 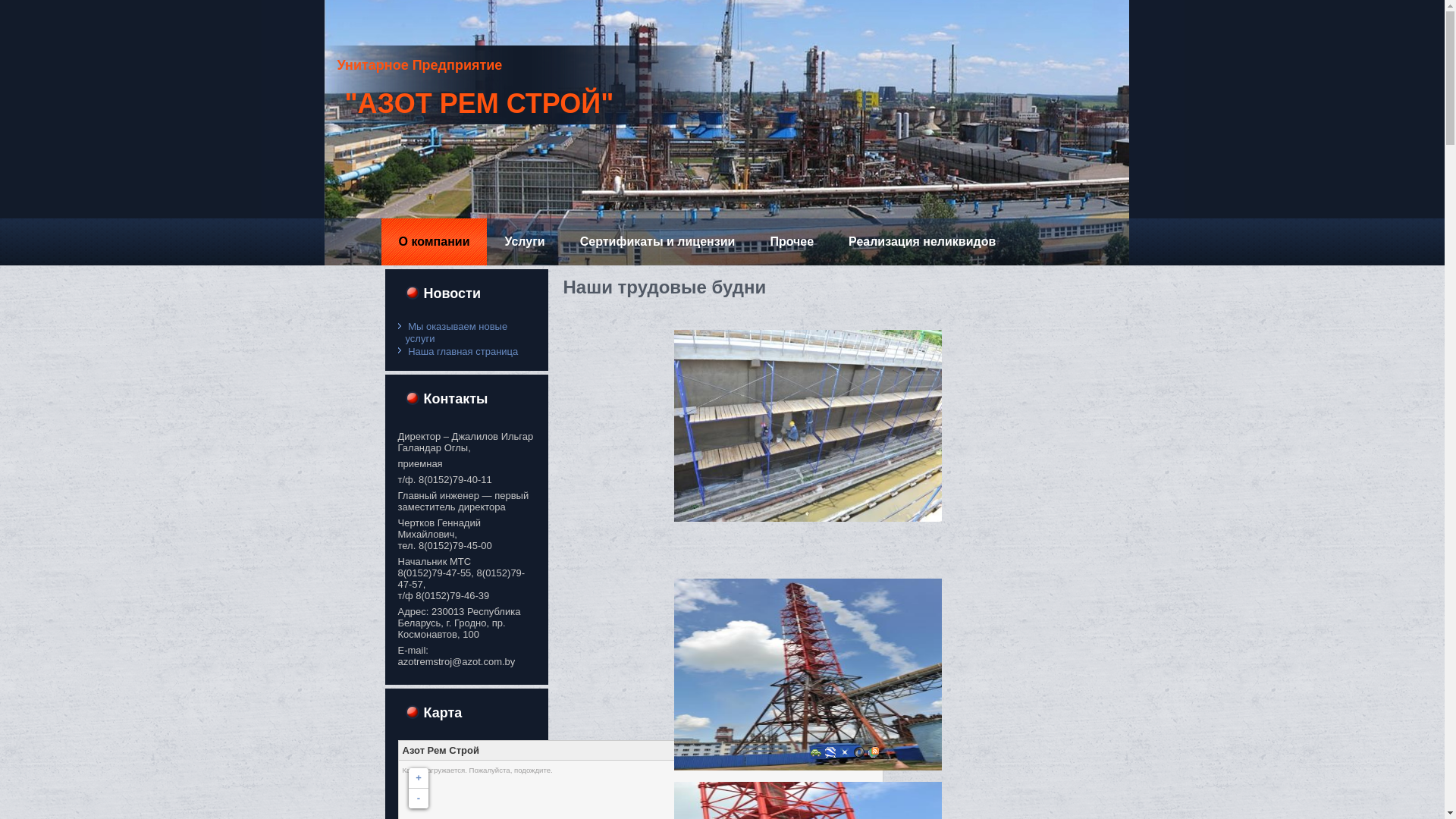 What do you see at coordinates (418, 778) in the screenshot?
I see `'+'` at bounding box center [418, 778].